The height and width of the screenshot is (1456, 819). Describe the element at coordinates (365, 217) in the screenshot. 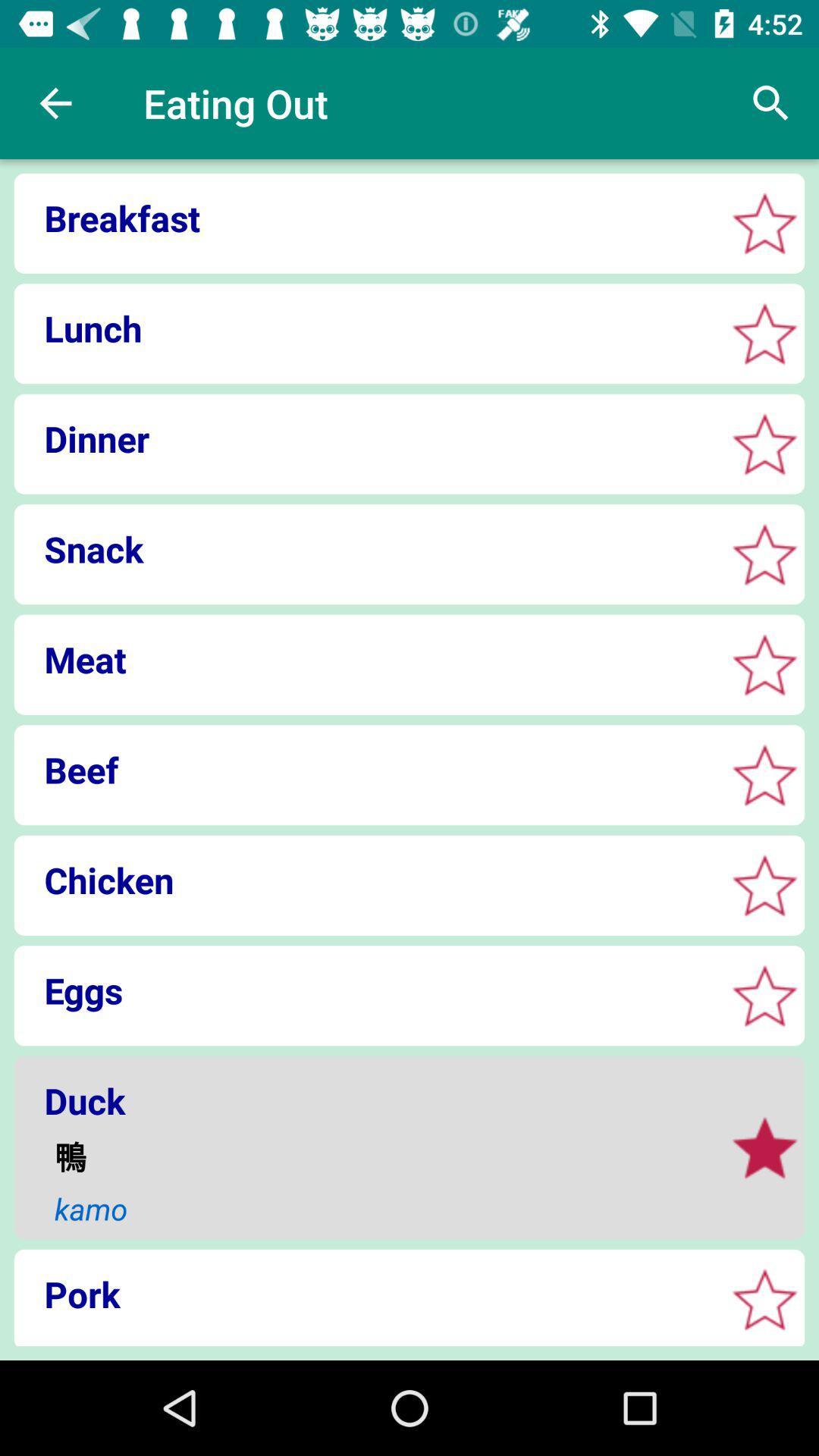

I see `breakfast icon` at that location.